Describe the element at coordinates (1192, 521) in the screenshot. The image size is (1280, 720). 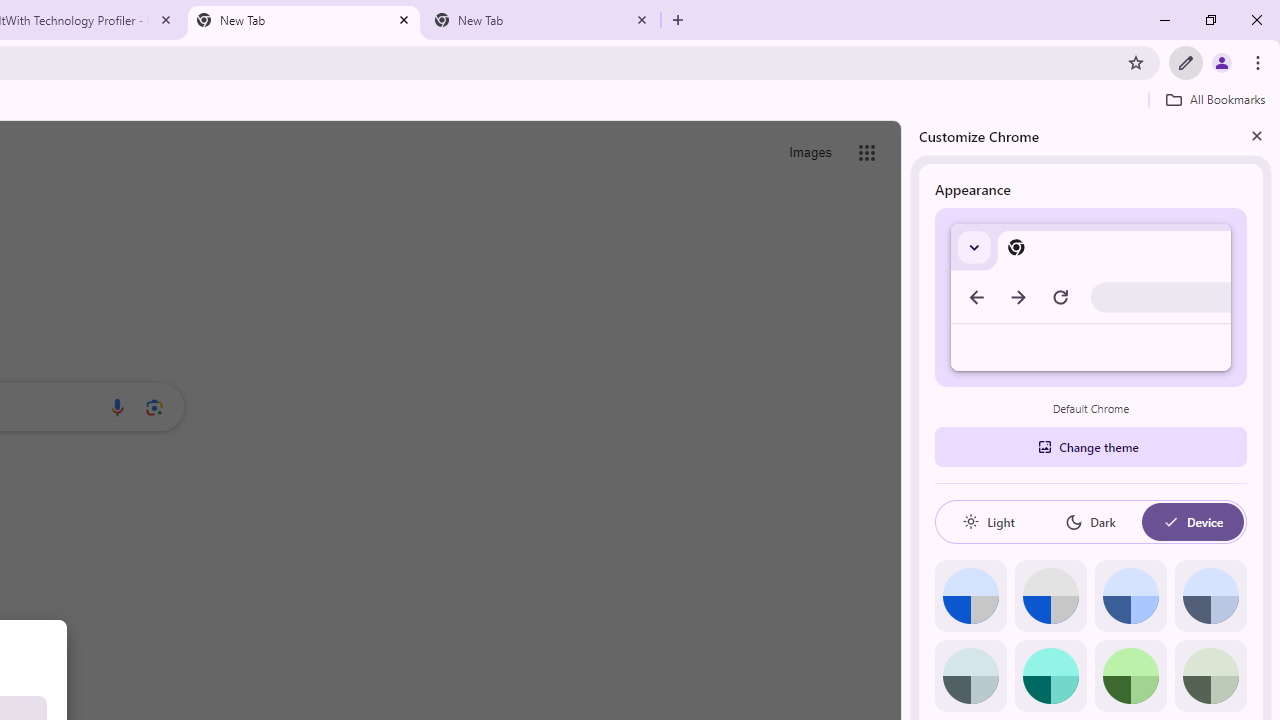
I see `'Device'` at that location.